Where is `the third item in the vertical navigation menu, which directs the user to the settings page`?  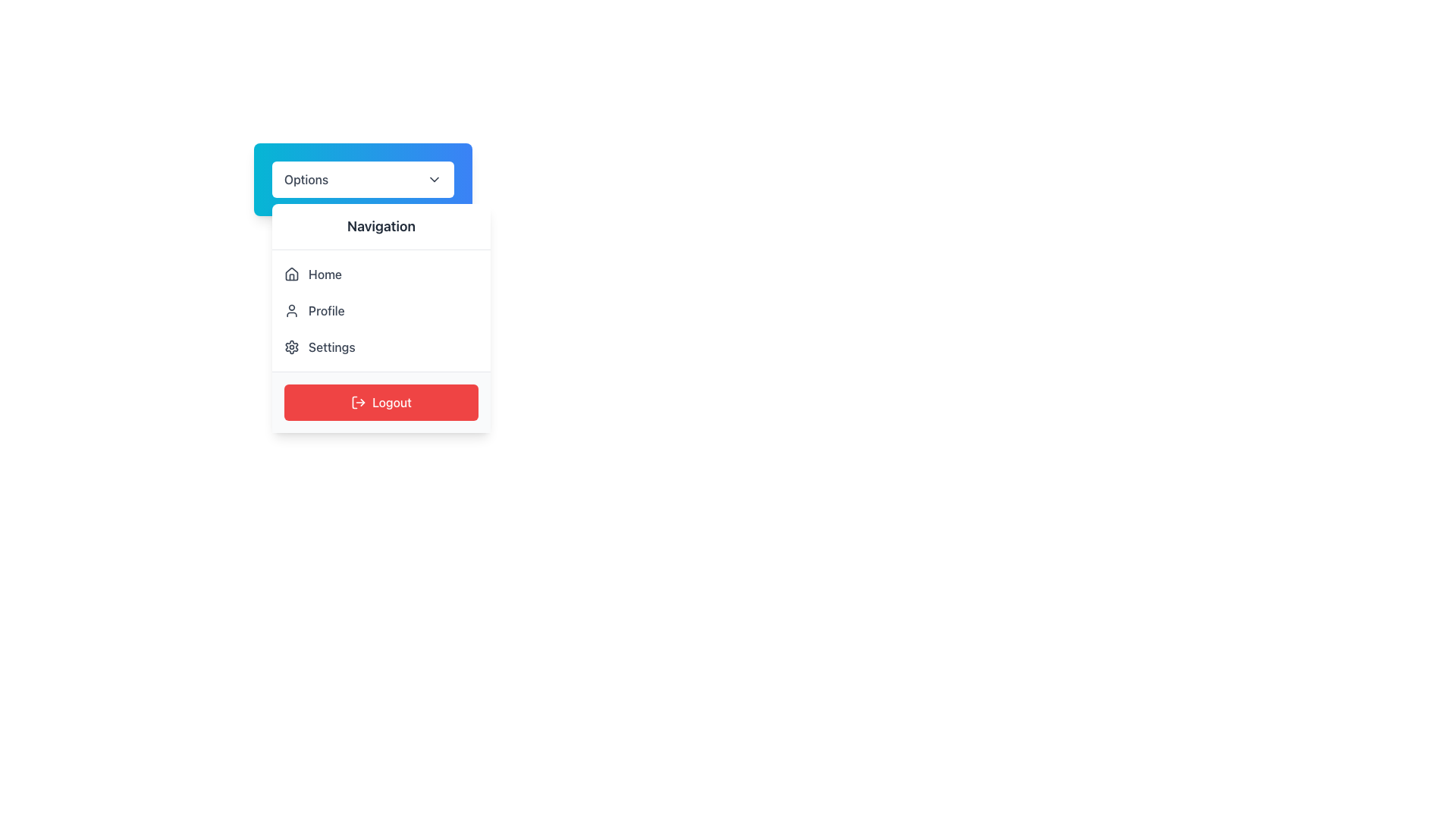 the third item in the vertical navigation menu, which directs the user to the settings page is located at coordinates (381, 347).